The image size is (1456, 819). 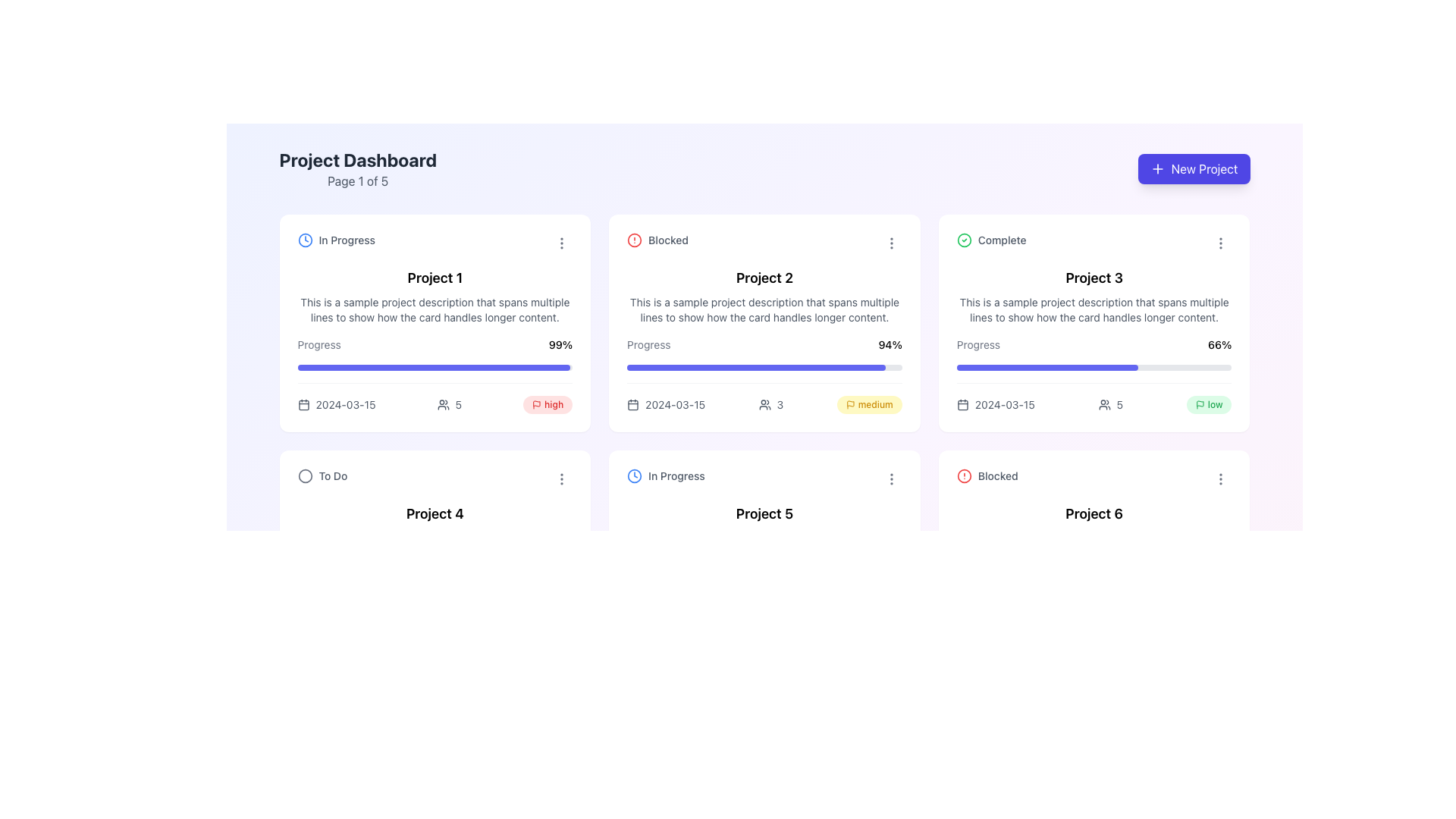 I want to click on the interactive button located in the top-right corner of the 'Project 5' card, so click(x=891, y=479).